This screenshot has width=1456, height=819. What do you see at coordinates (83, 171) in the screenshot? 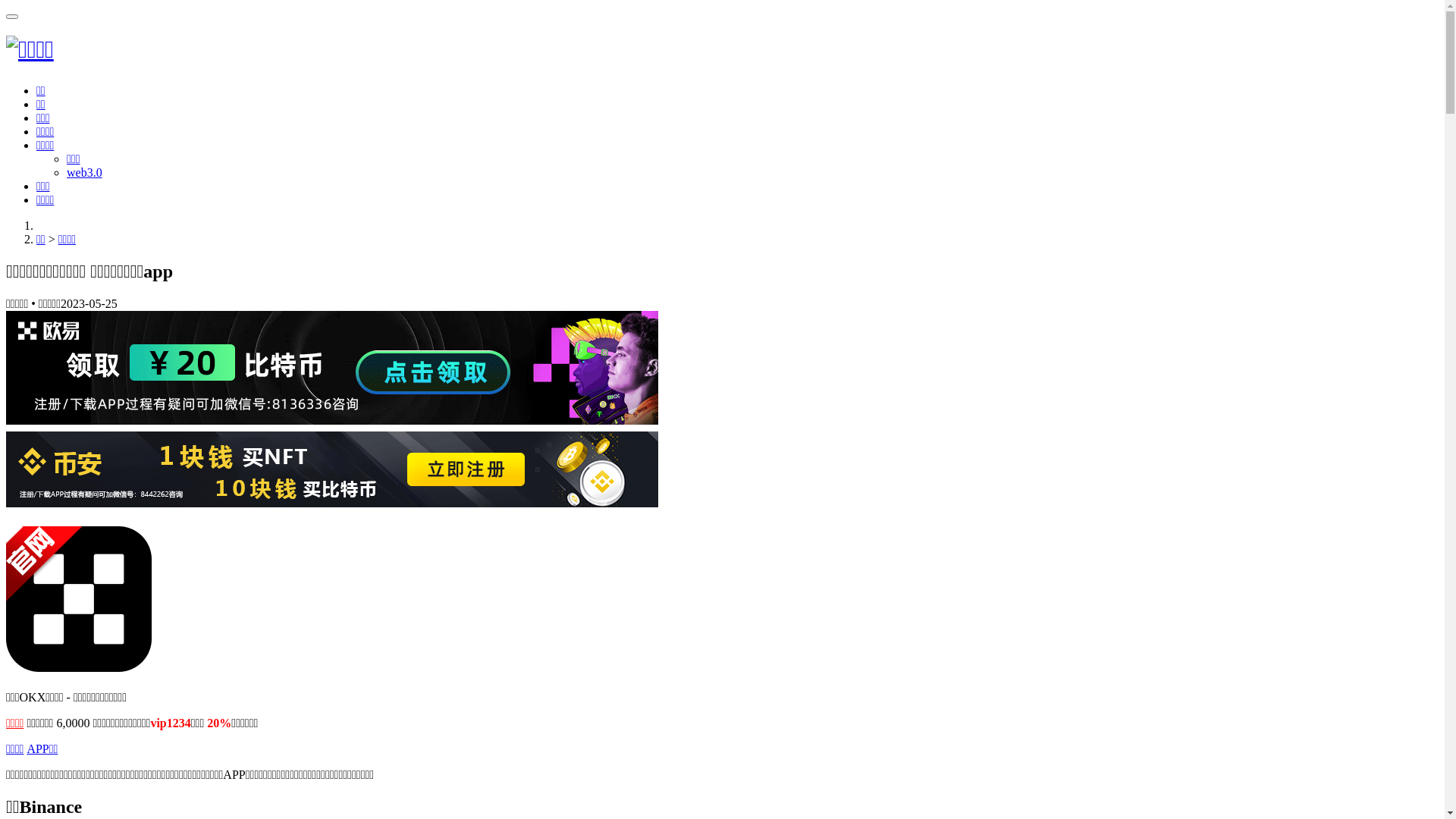
I see `'web3.0'` at bounding box center [83, 171].